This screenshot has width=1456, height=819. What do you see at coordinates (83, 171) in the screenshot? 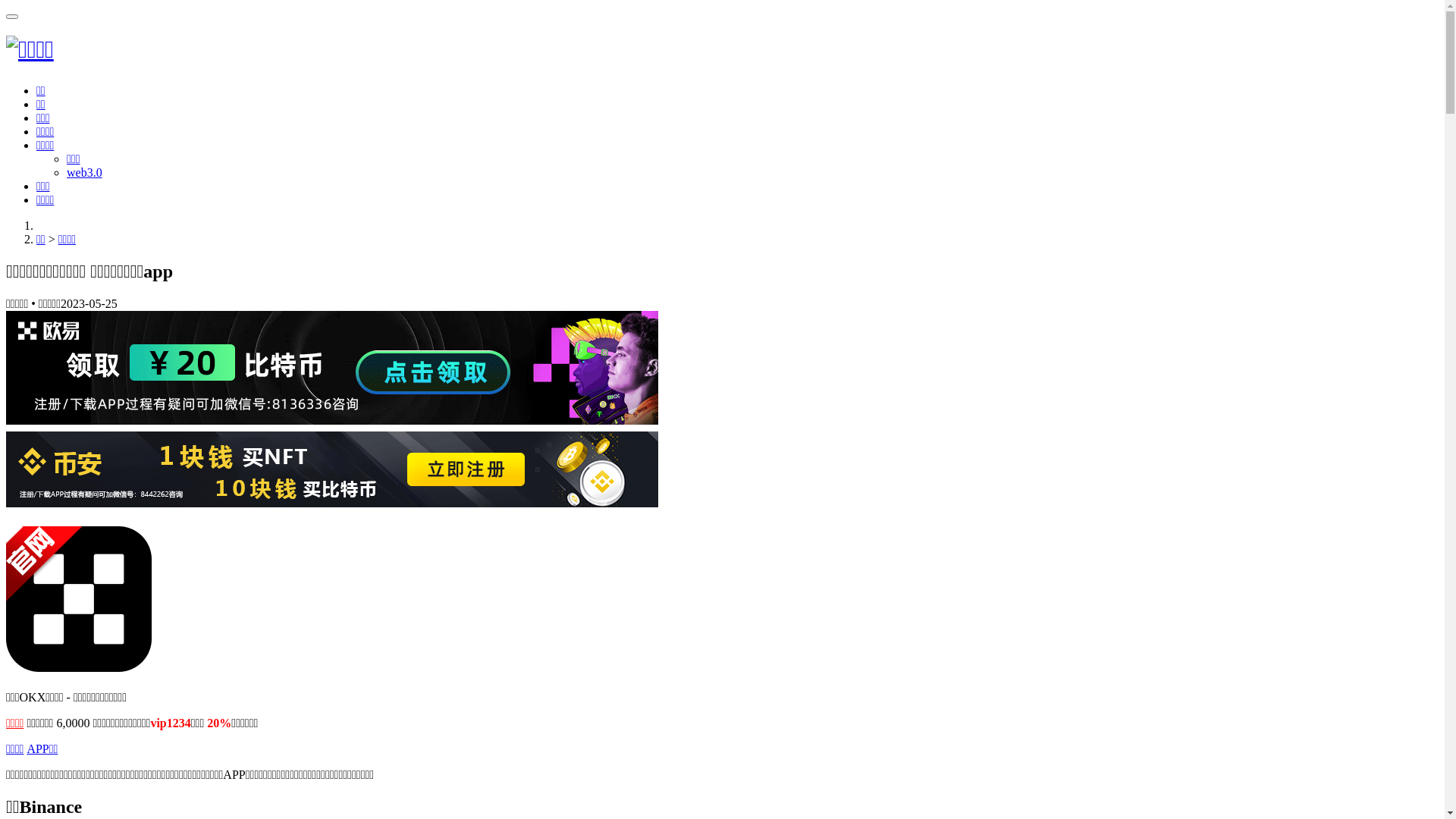
I see `'web3.0'` at bounding box center [83, 171].